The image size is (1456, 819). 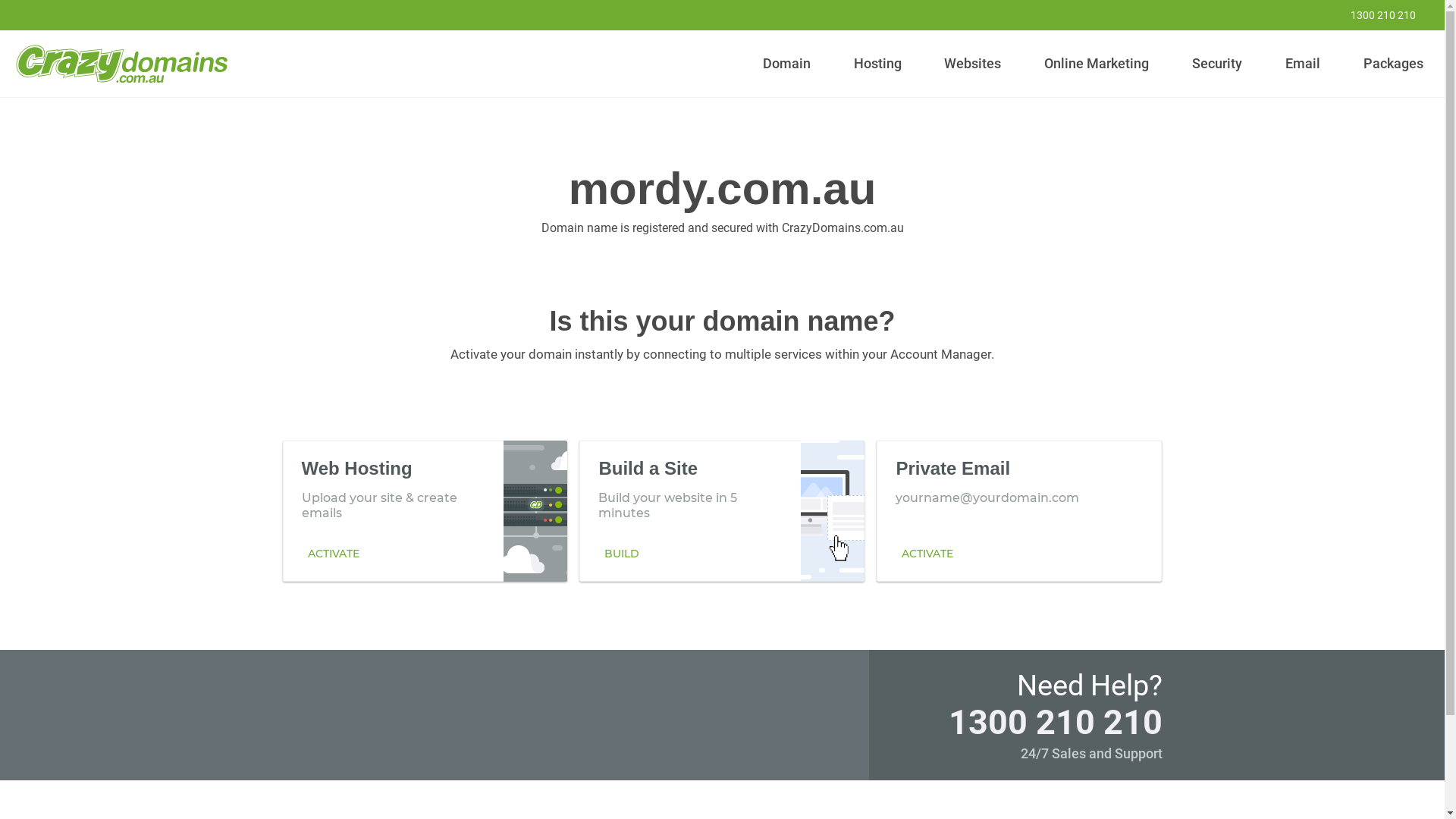 What do you see at coordinates (1373, 14) in the screenshot?
I see `'1300 210 210'` at bounding box center [1373, 14].